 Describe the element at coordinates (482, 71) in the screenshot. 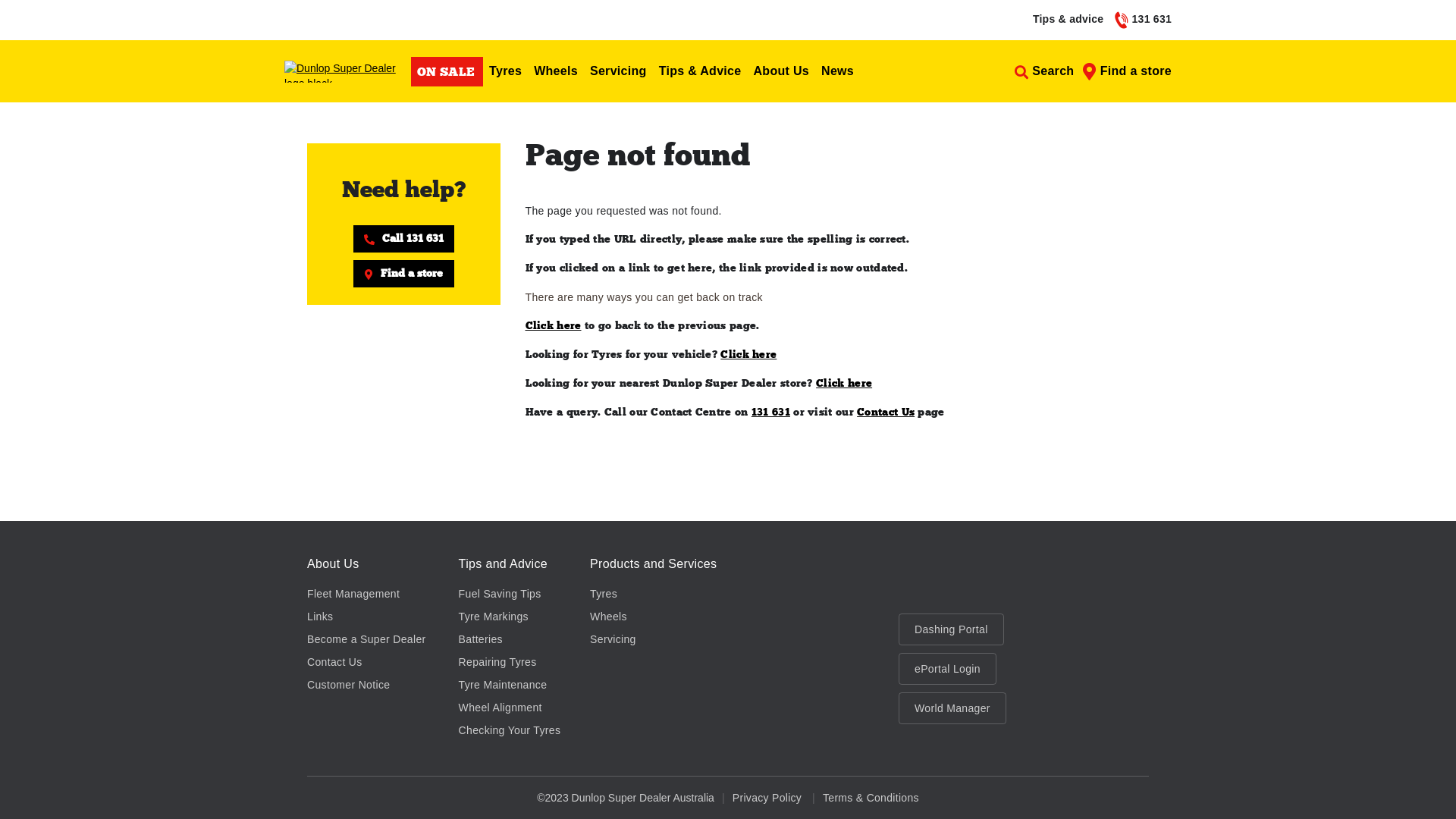

I see `'Tyres'` at that location.